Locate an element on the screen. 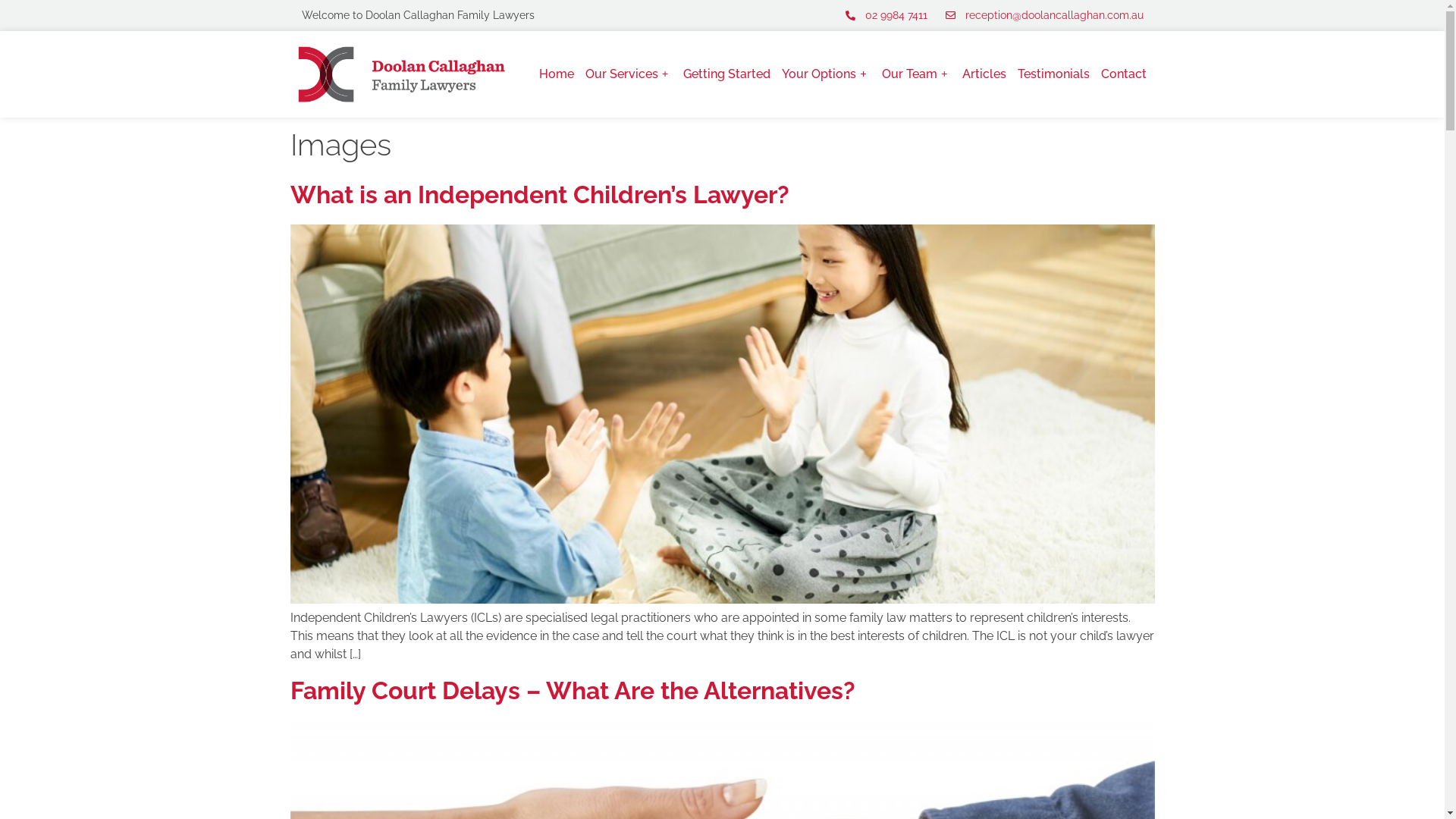 The width and height of the screenshot is (1456, 819). 'Home' is located at coordinates (538, 74).